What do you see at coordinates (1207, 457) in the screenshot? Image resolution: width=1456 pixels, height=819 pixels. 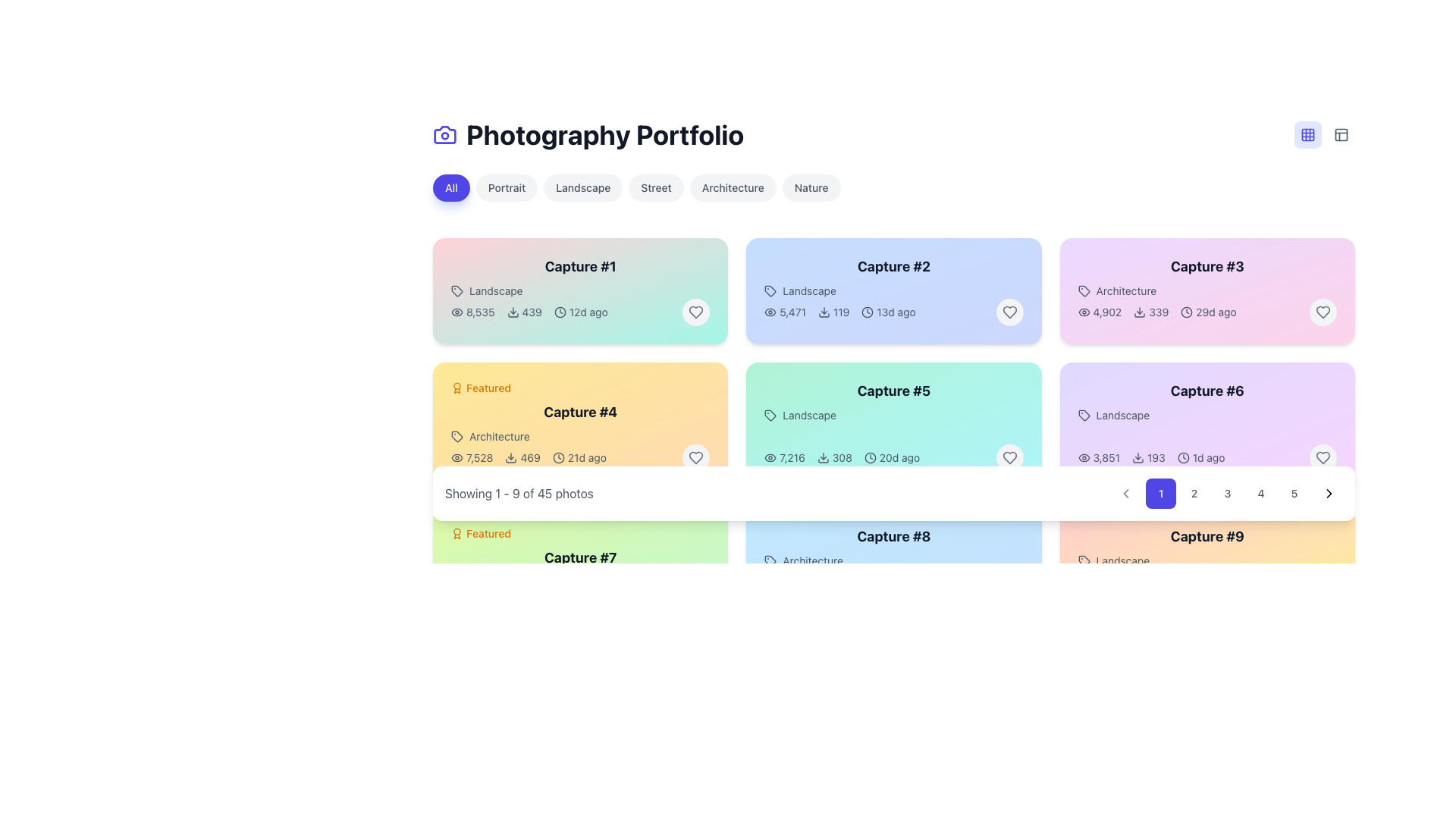 I see `the informational display row for the 'Capture #6' item` at bounding box center [1207, 457].